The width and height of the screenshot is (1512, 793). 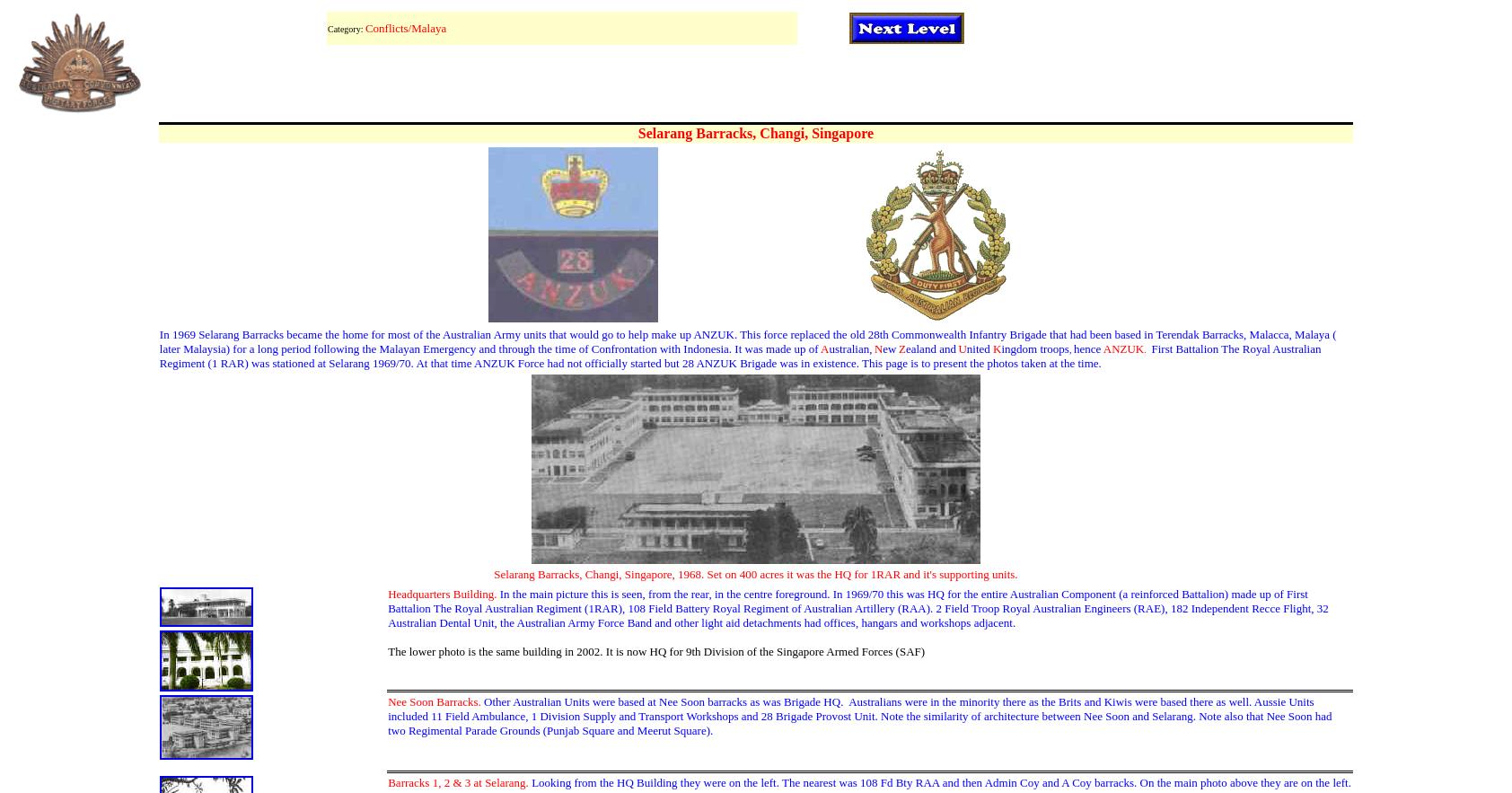 I want to click on 'Nee
        Soon Barracks.', so click(x=433, y=701).